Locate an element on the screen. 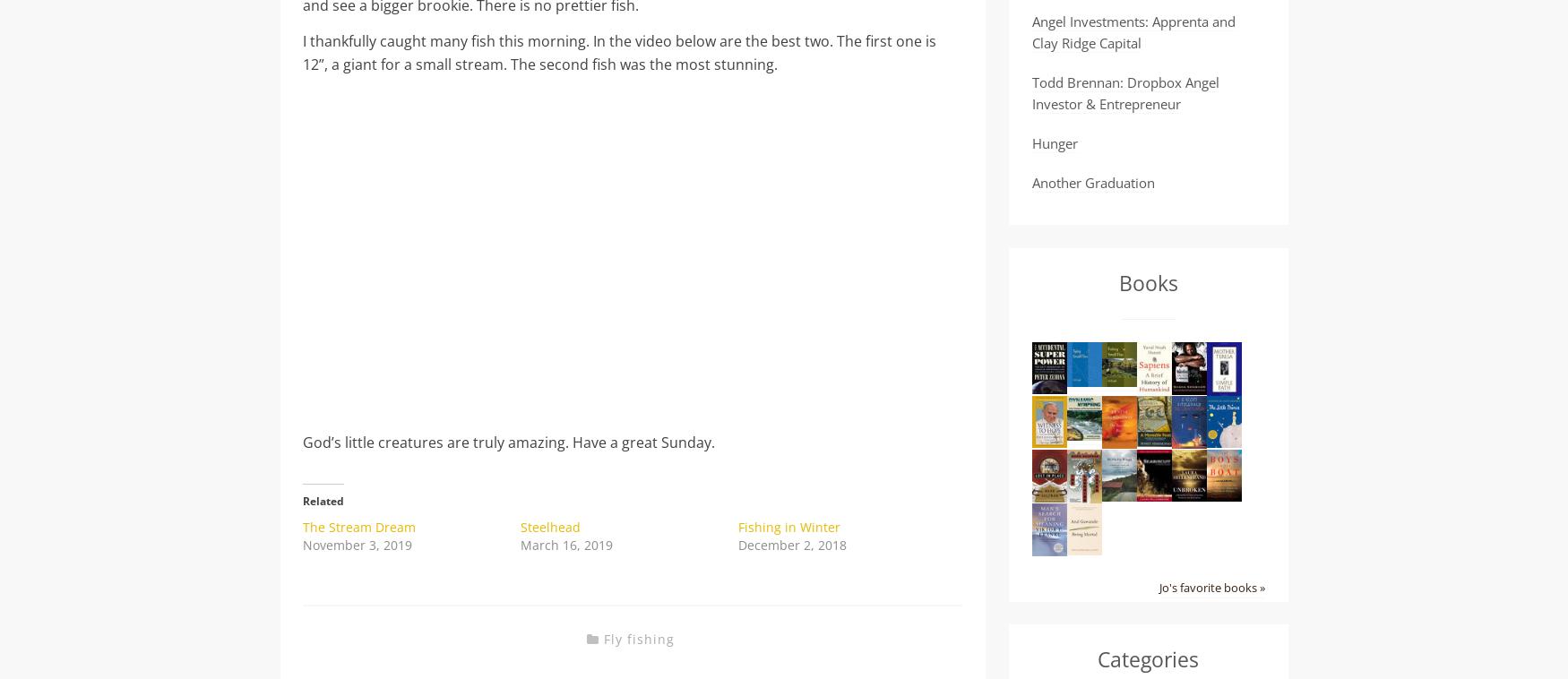 This screenshot has height=679, width=1568. 'Hunger' is located at coordinates (1053, 142).